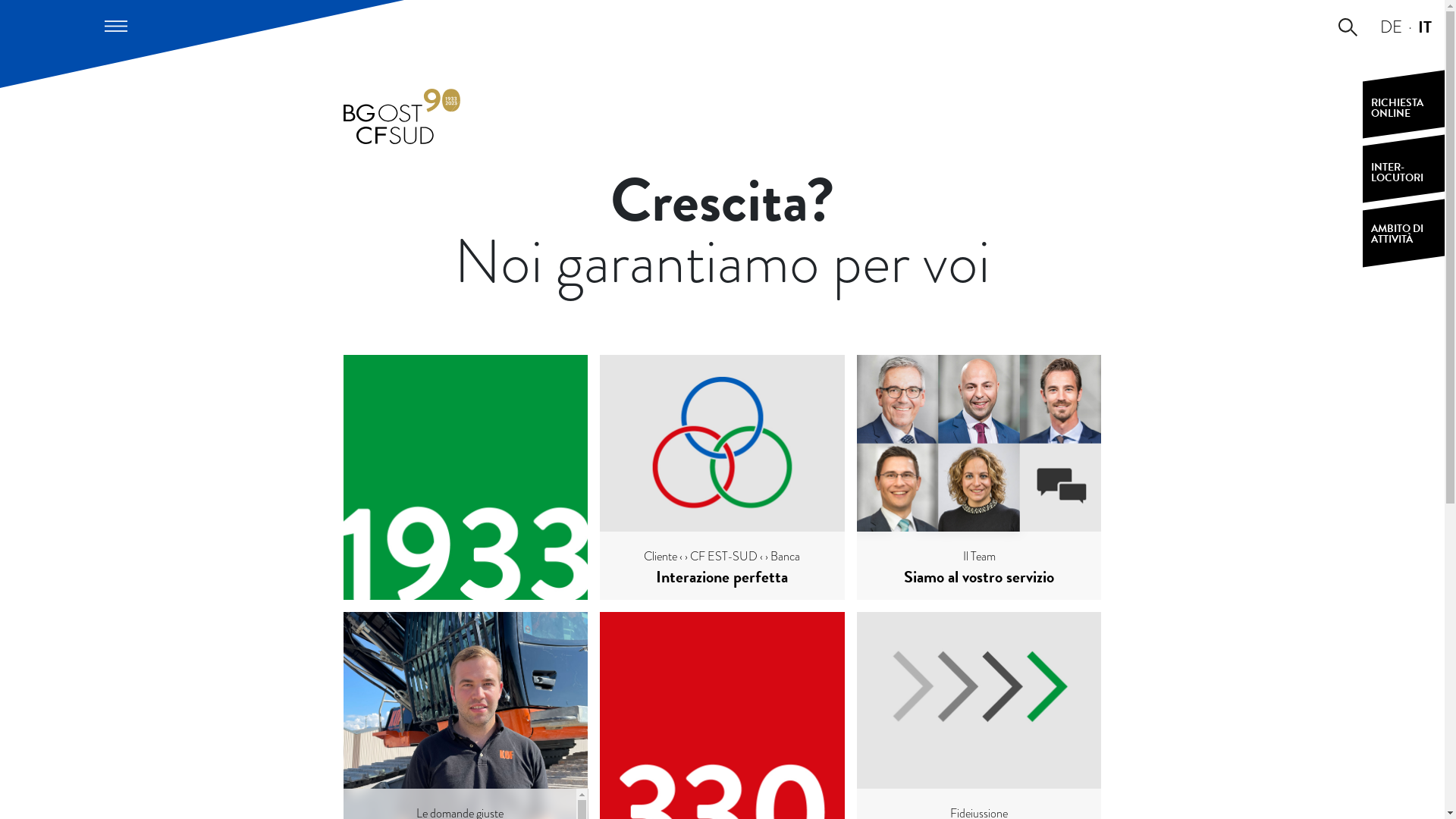 This screenshot has width=1456, height=819. What do you see at coordinates (979, 476) in the screenshot?
I see `'Il Team` at bounding box center [979, 476].